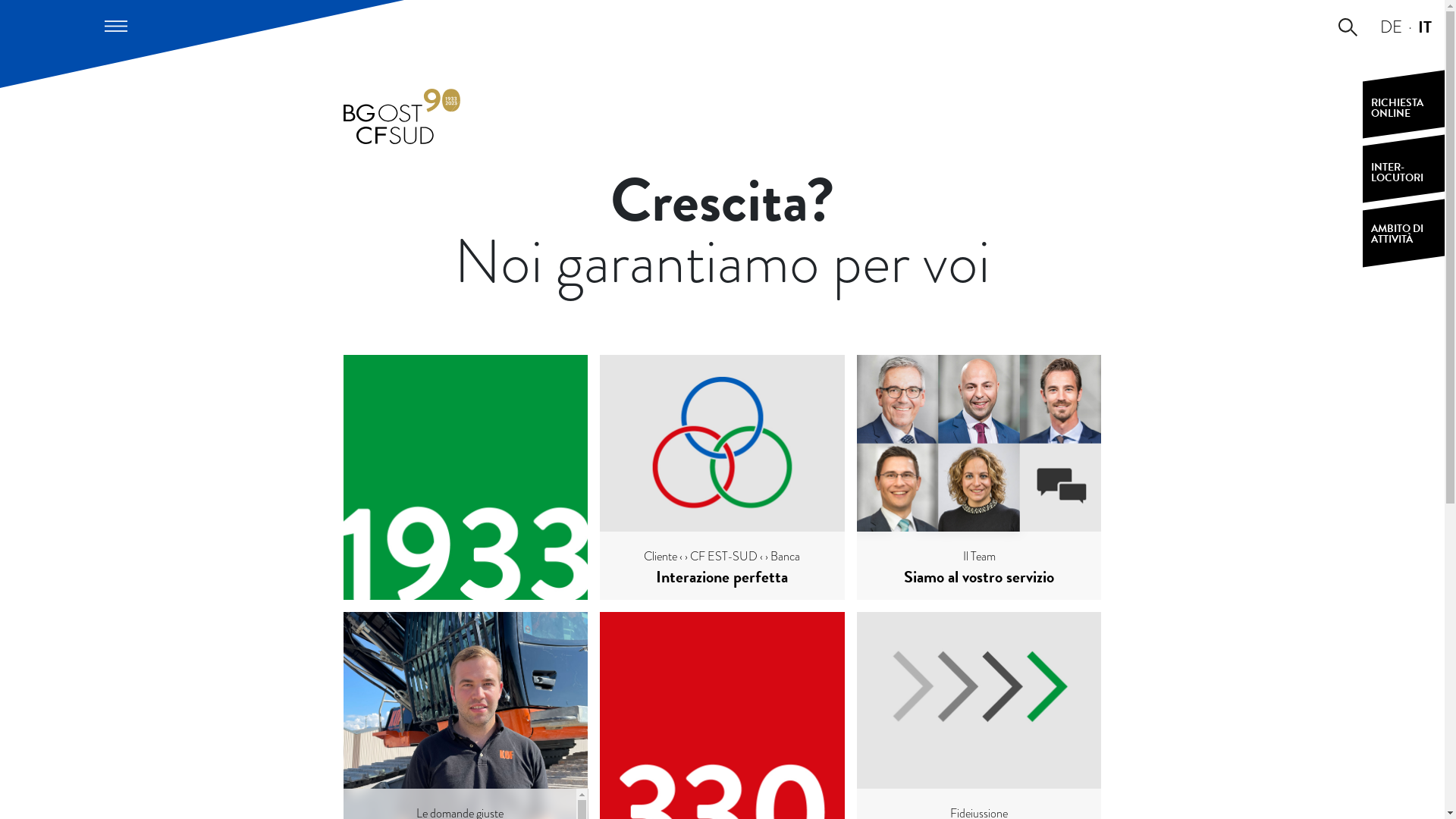 This screenshot has width=1456, height=819. What do you see at coordinates (979, 476) in the screenshot?
I see `'Il Team` at bounding box center [979, 476].